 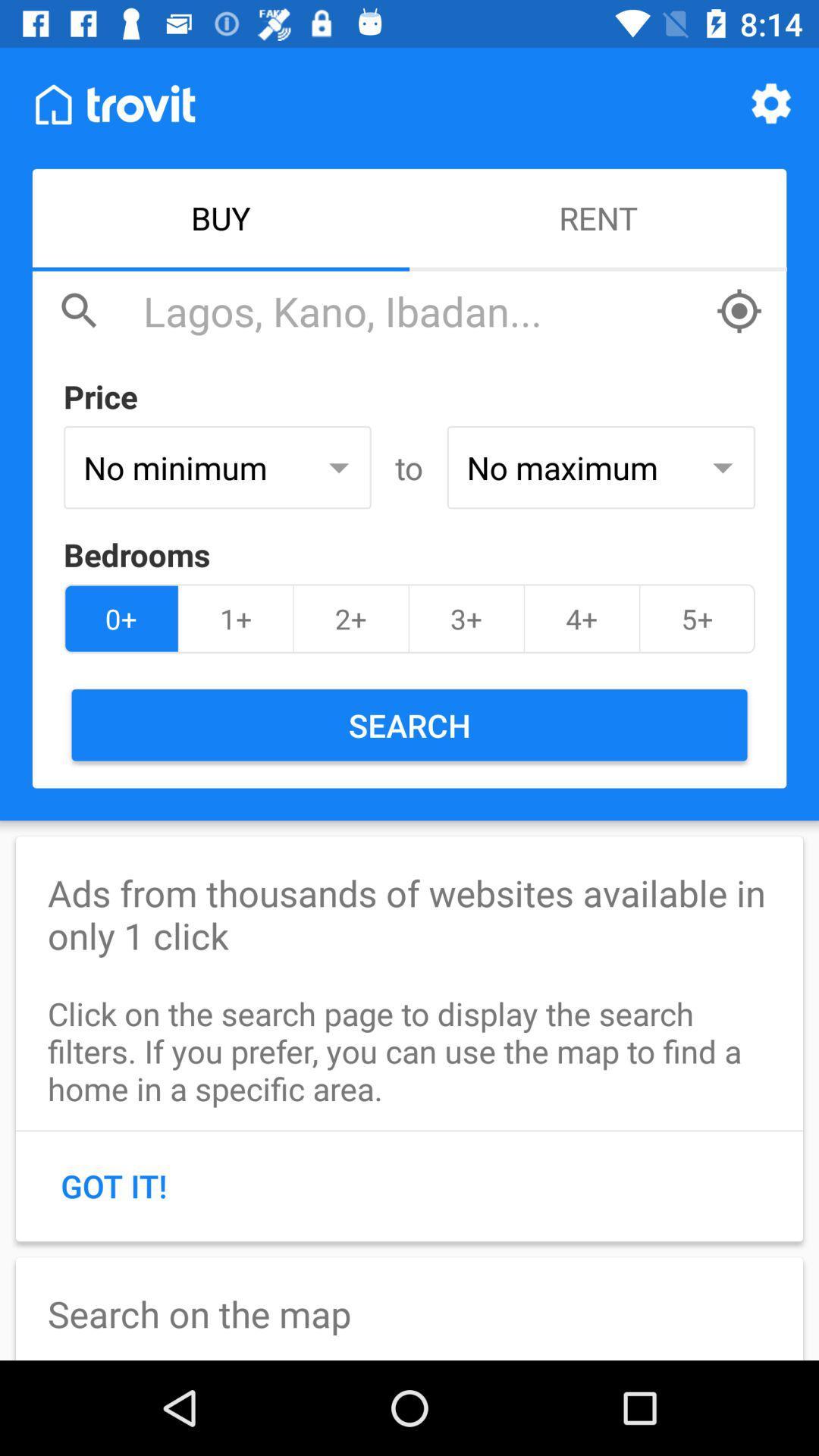 I want to click on icon to the right of 3+, so click(x=581, y=619).